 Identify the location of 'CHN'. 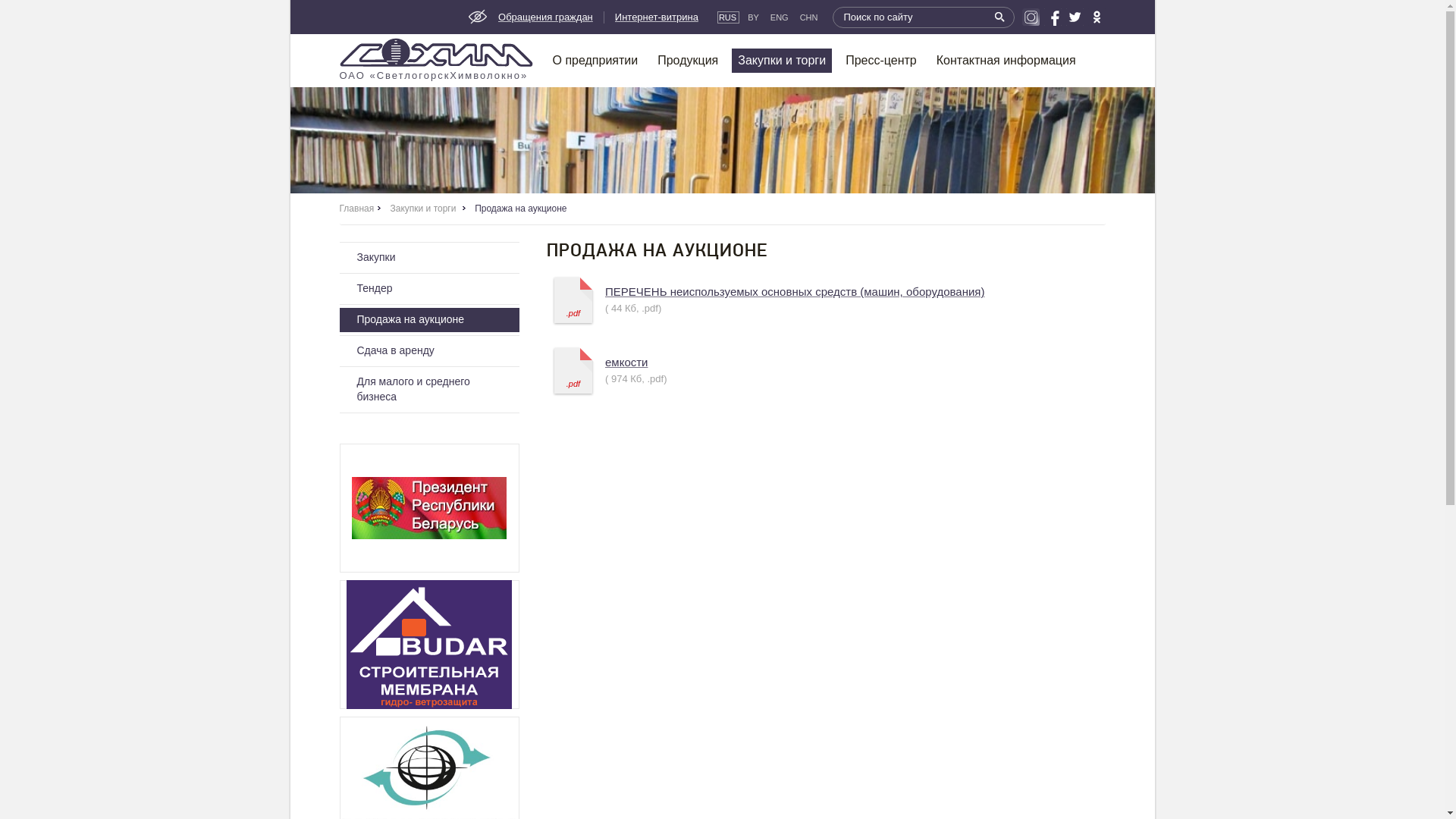
(809, 17).